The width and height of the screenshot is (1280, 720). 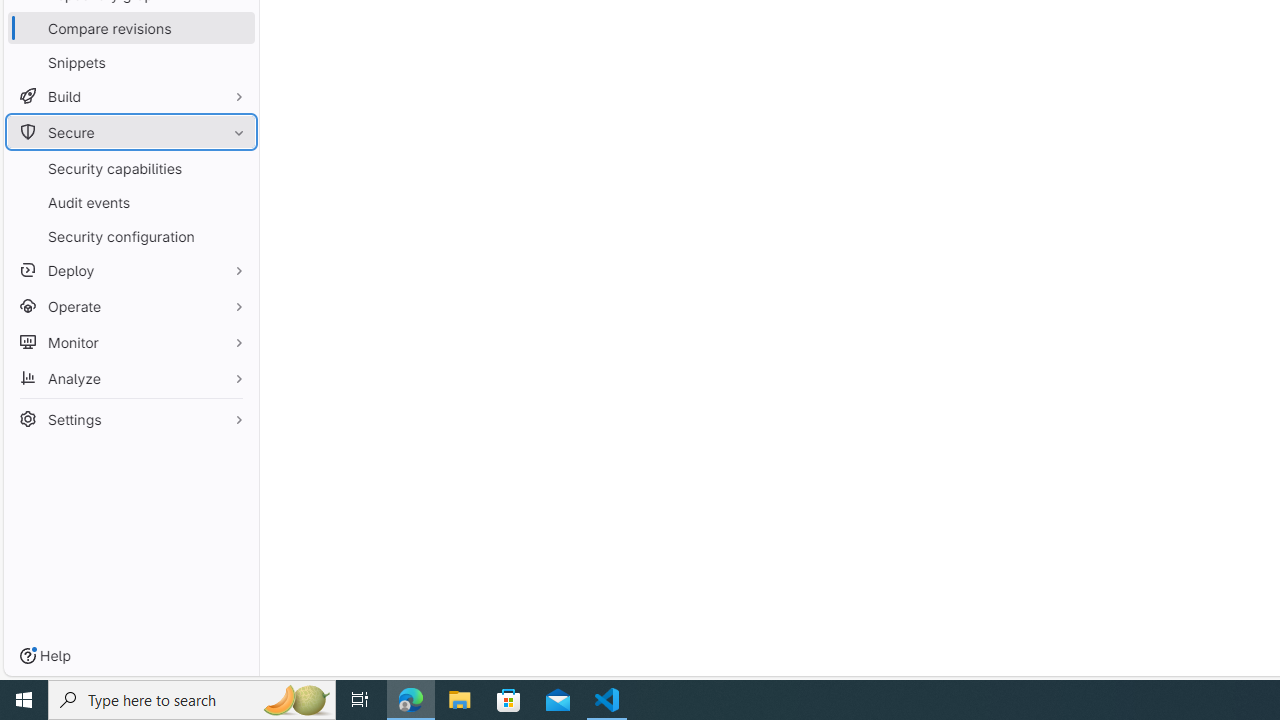 I want to click on 'Pin Snippets', so click(x=234, y=61).